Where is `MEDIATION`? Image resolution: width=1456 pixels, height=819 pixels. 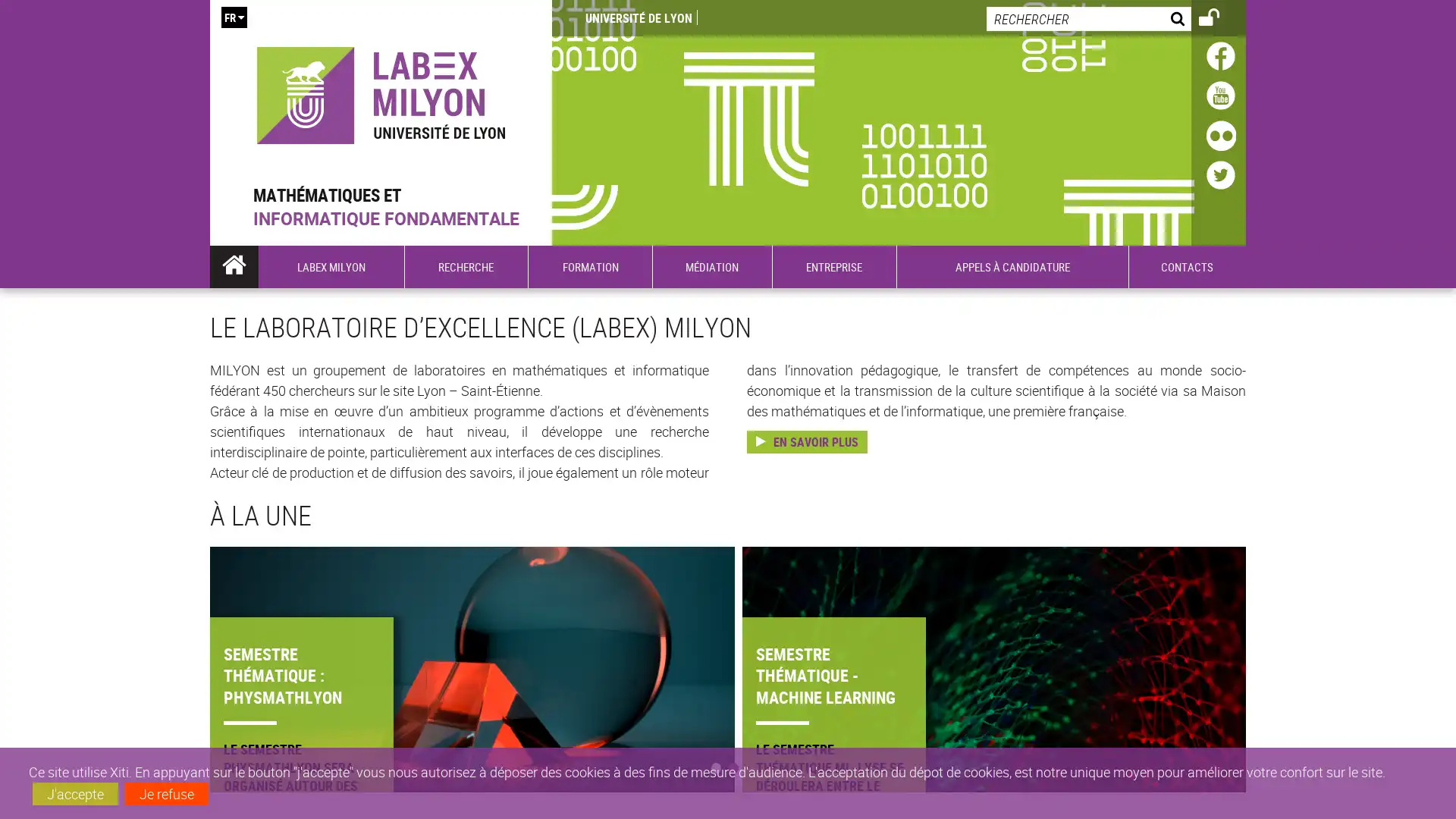 MEDIATION is located at coordinates (711, 265).